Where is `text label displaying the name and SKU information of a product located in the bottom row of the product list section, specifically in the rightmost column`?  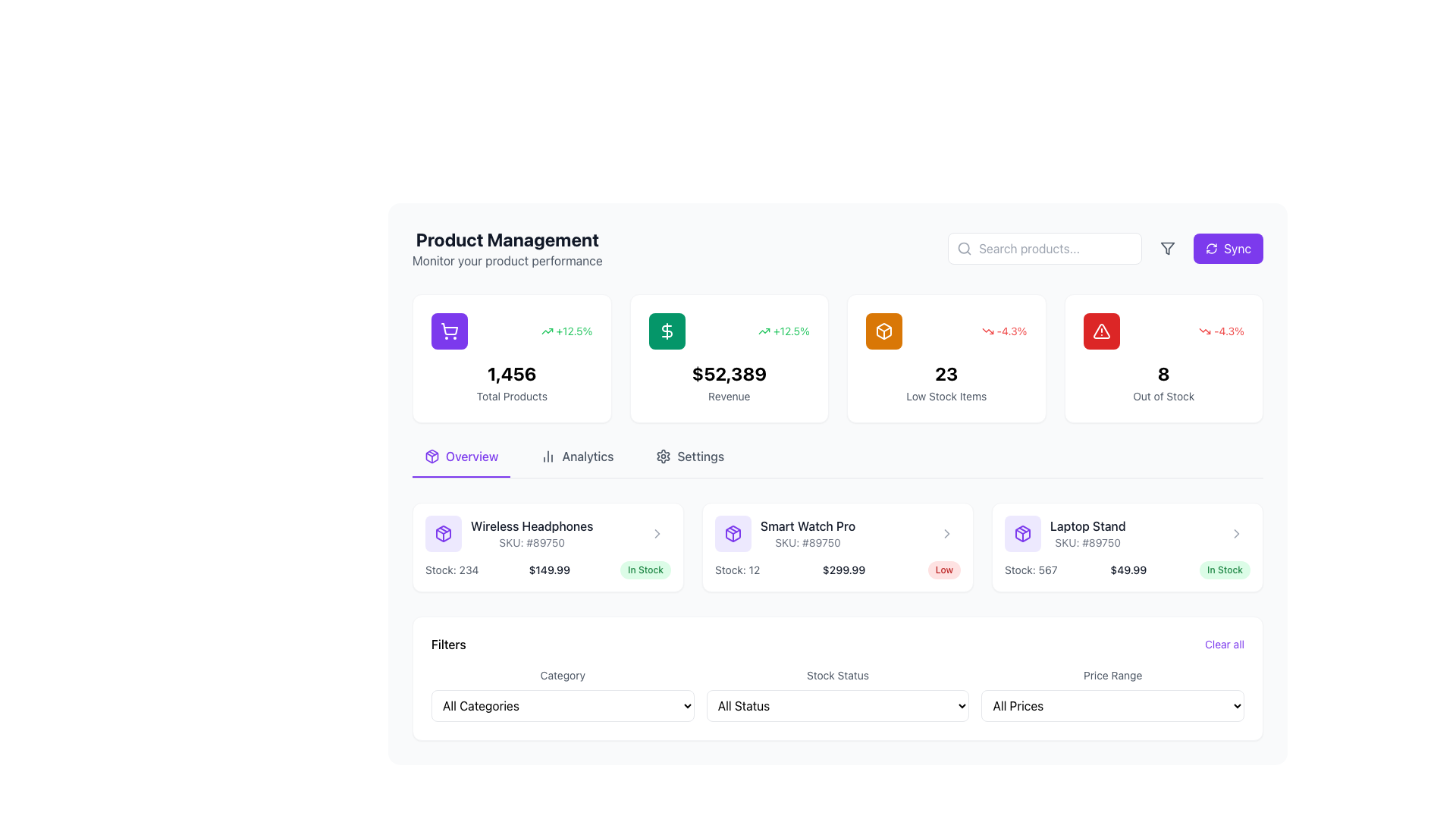
text label displaying the name and SKU information of a product located in the bottom row of the product list section, specifically in the rightmost column is located at coordinates (1087, 533).